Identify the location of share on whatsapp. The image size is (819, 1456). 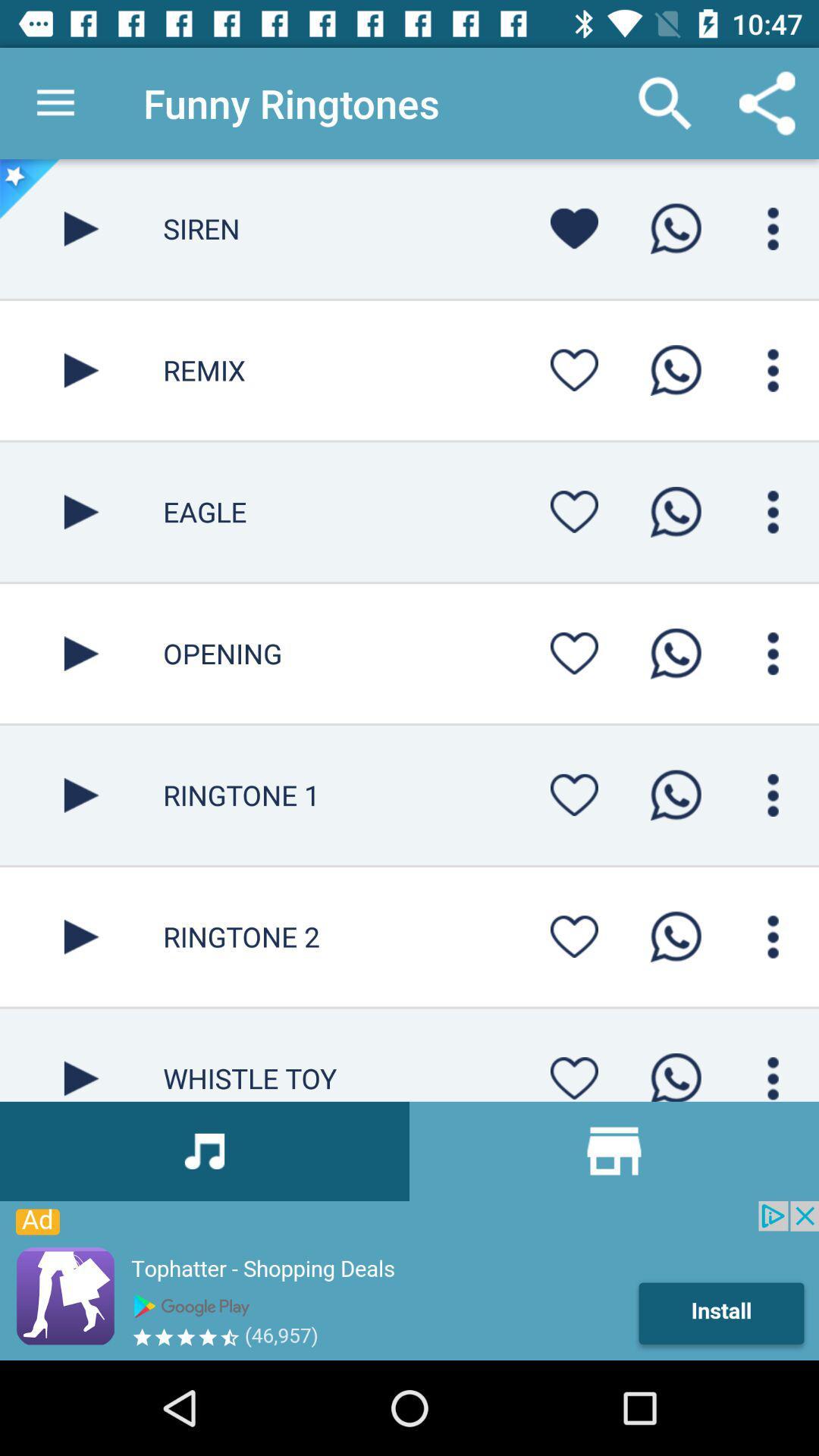
(675, 1072).